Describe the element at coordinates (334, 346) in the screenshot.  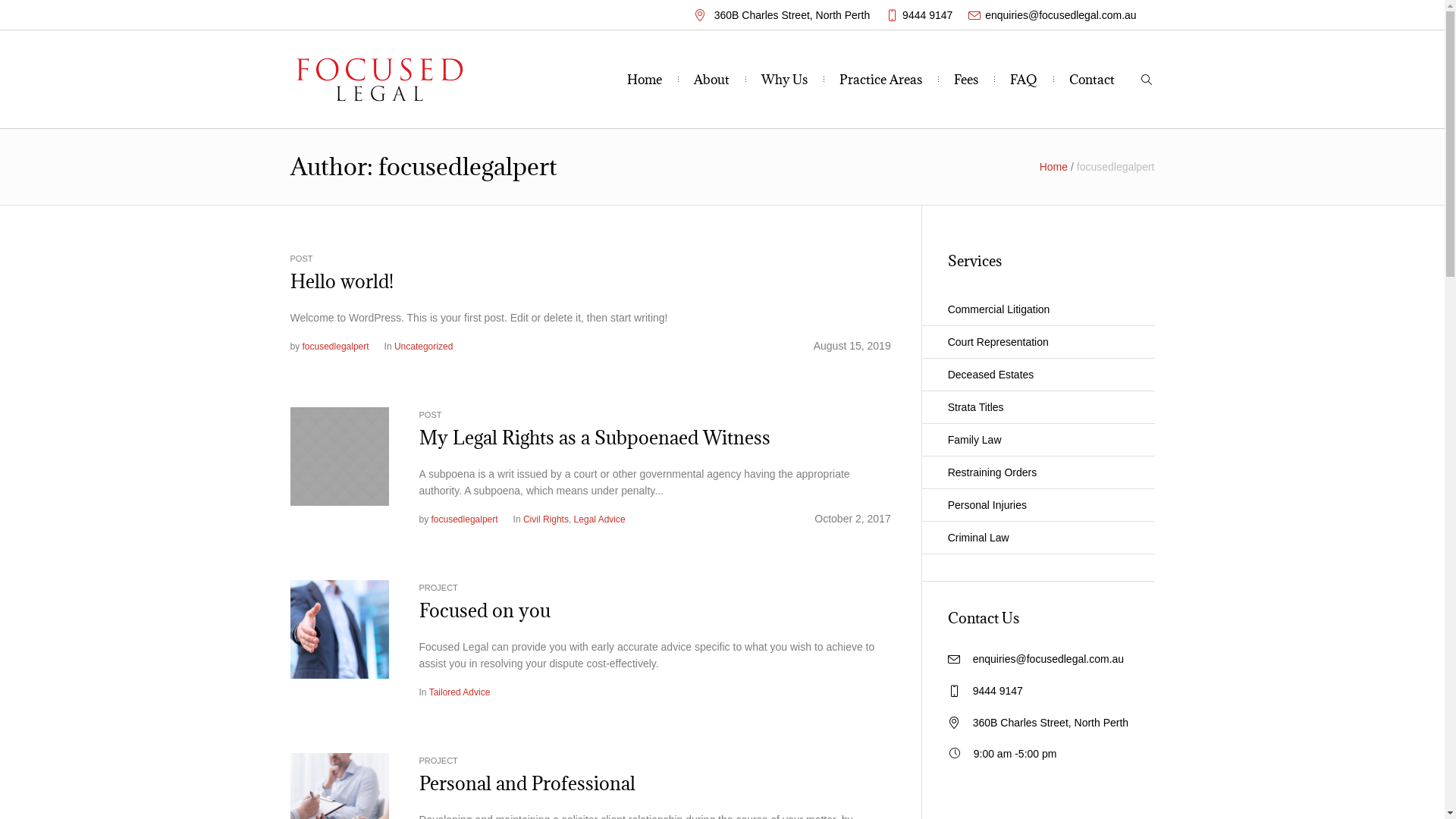
I see `'focusedlegalpert'` at that location.